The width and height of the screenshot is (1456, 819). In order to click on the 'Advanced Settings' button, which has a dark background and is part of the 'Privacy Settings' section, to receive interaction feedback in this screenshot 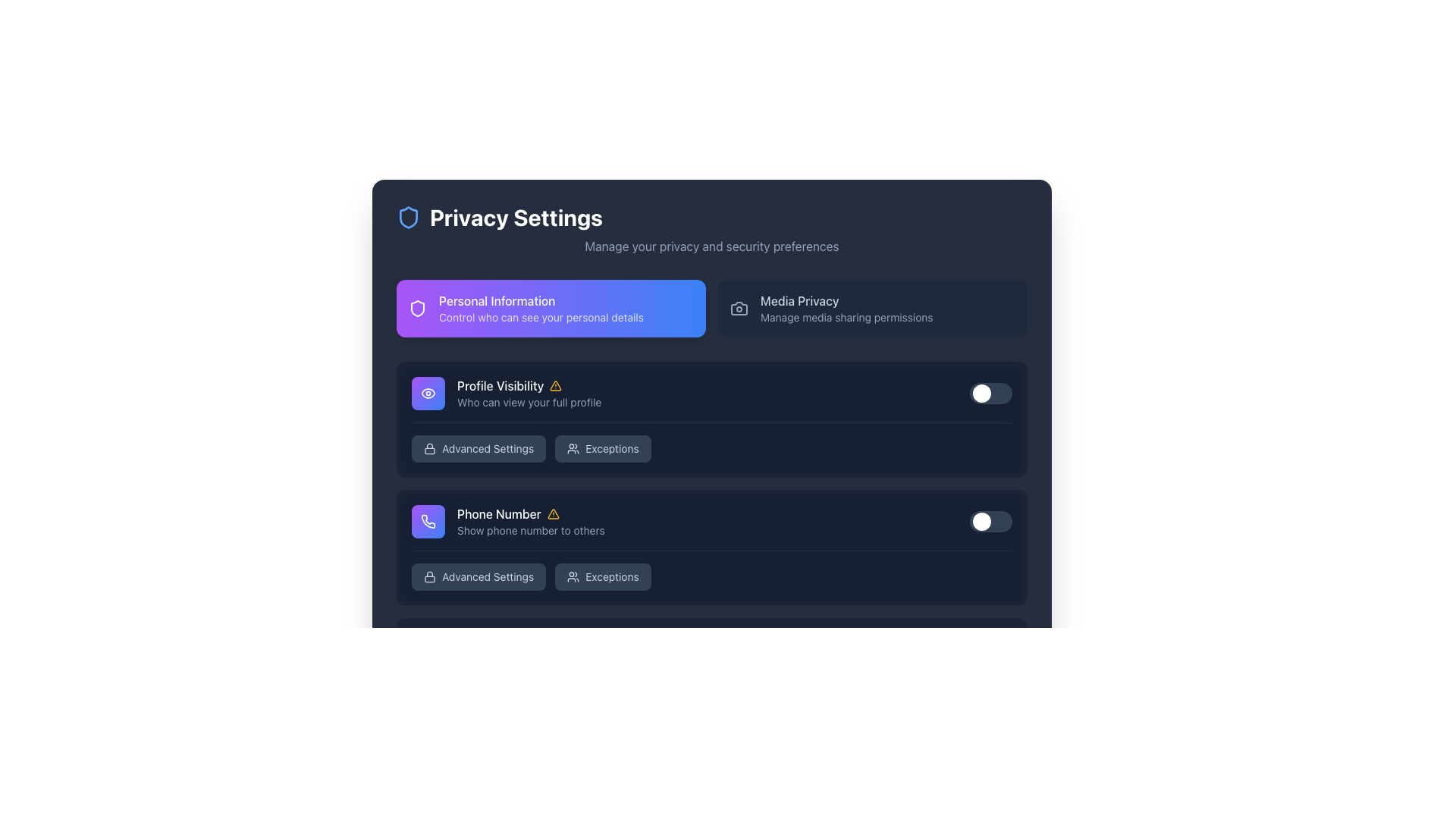, I will do `click(478, 447)`.